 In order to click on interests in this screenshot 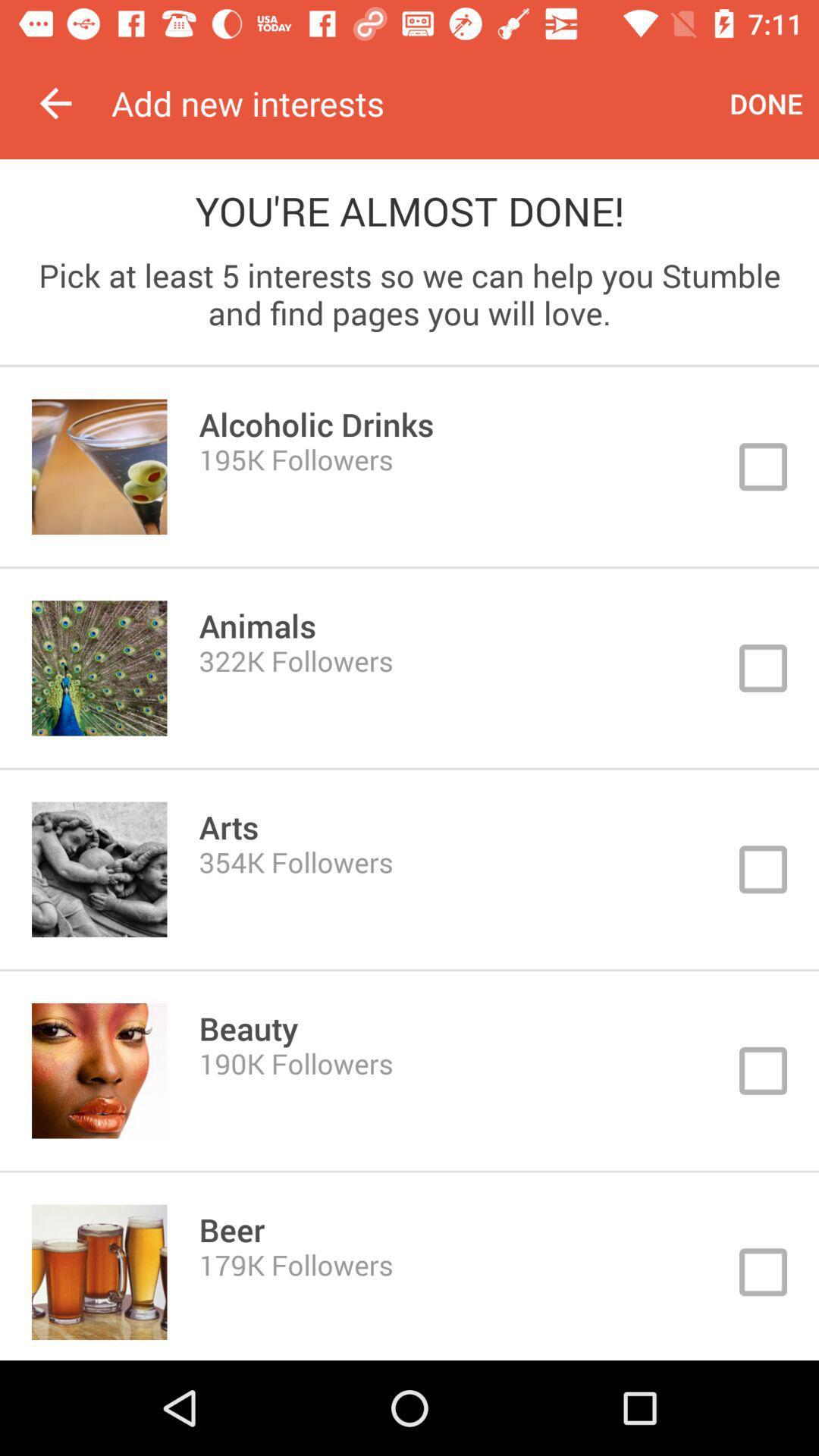, I will do `click(409, 667)`.